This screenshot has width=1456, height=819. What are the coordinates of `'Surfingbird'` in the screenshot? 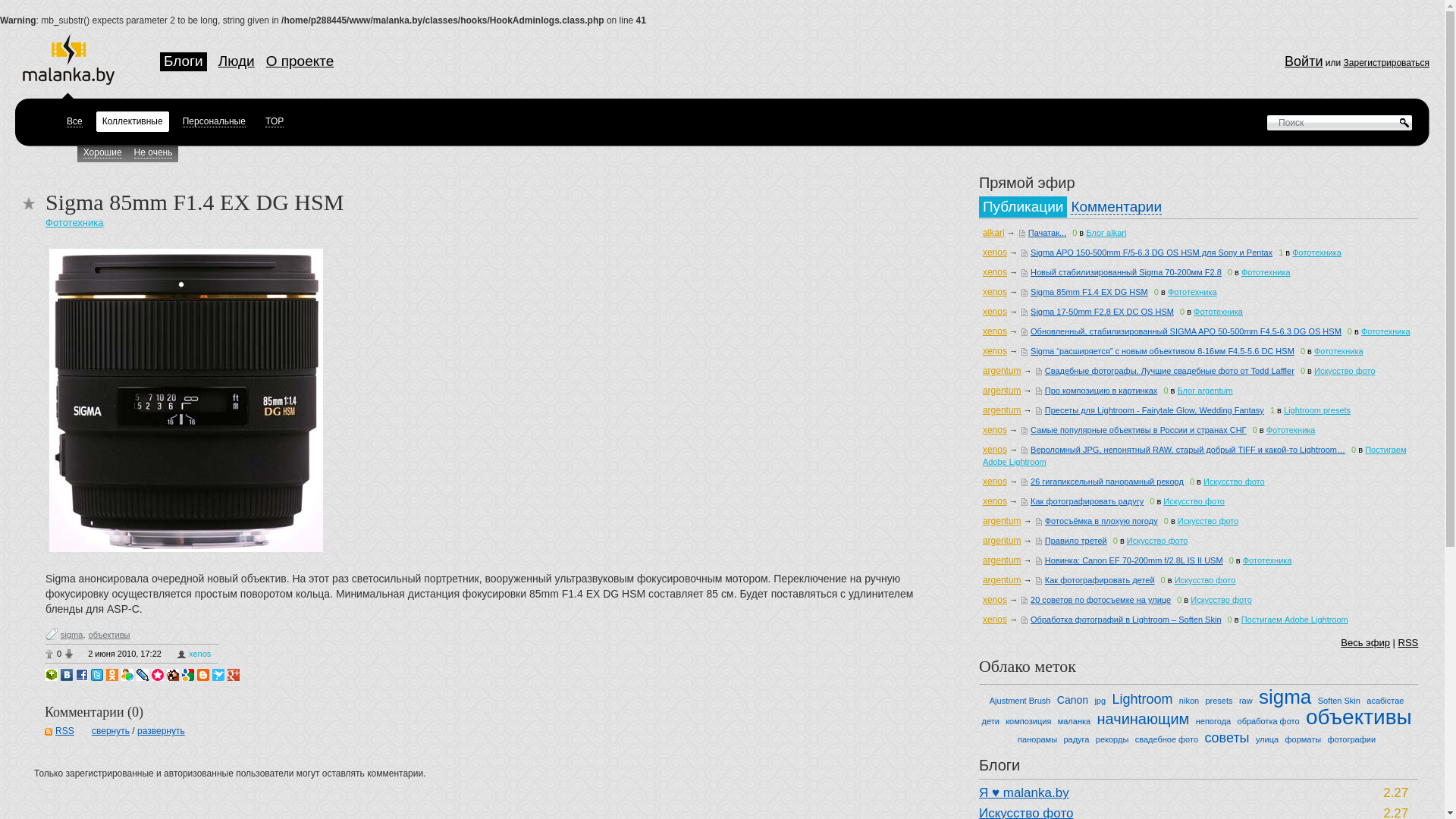 It's located at (218, 674).